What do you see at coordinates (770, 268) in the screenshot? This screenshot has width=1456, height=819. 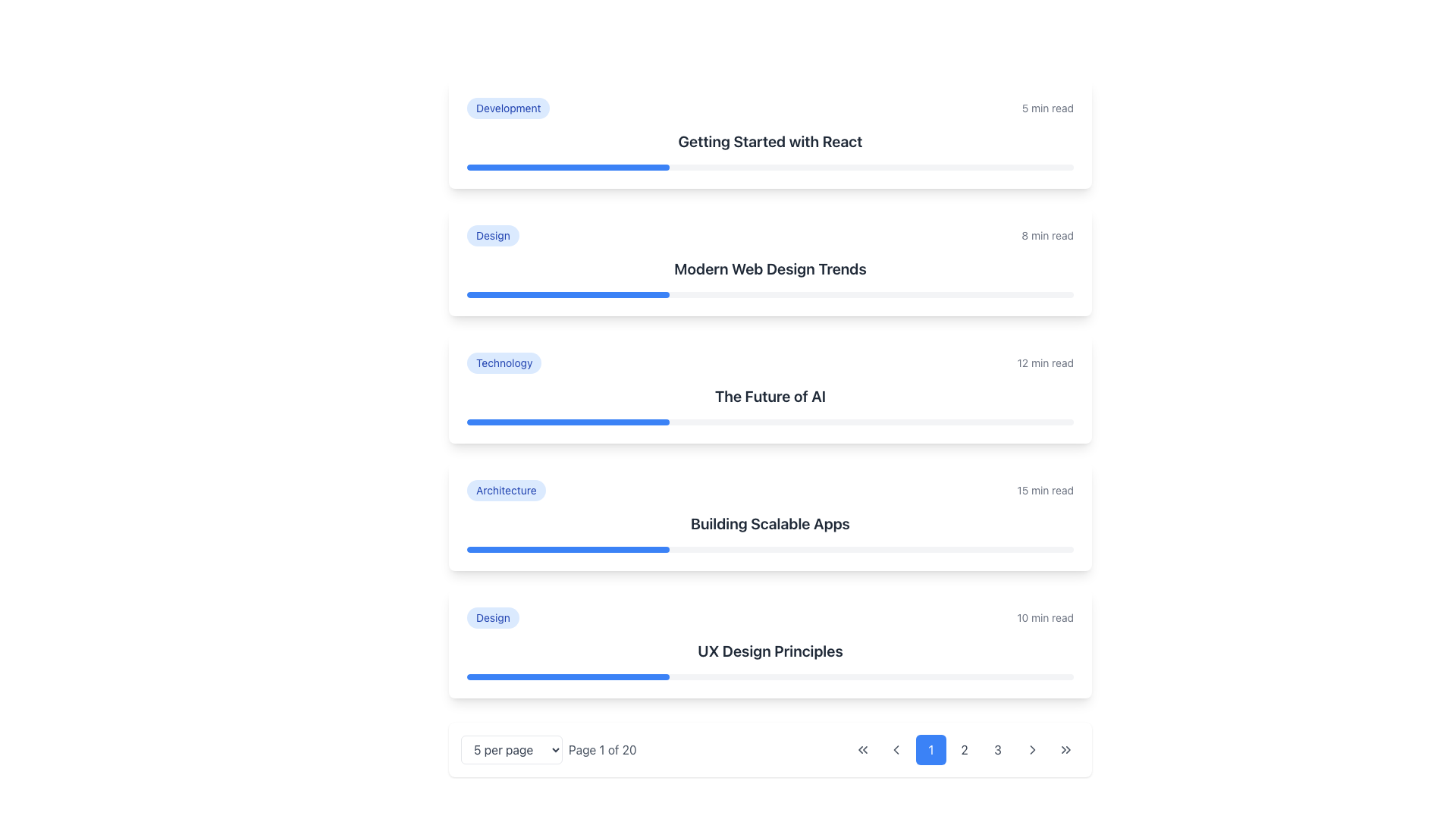 I see `the main title text block displaying 'Modern Web Design Trends'` at bounding box center [770, 268].